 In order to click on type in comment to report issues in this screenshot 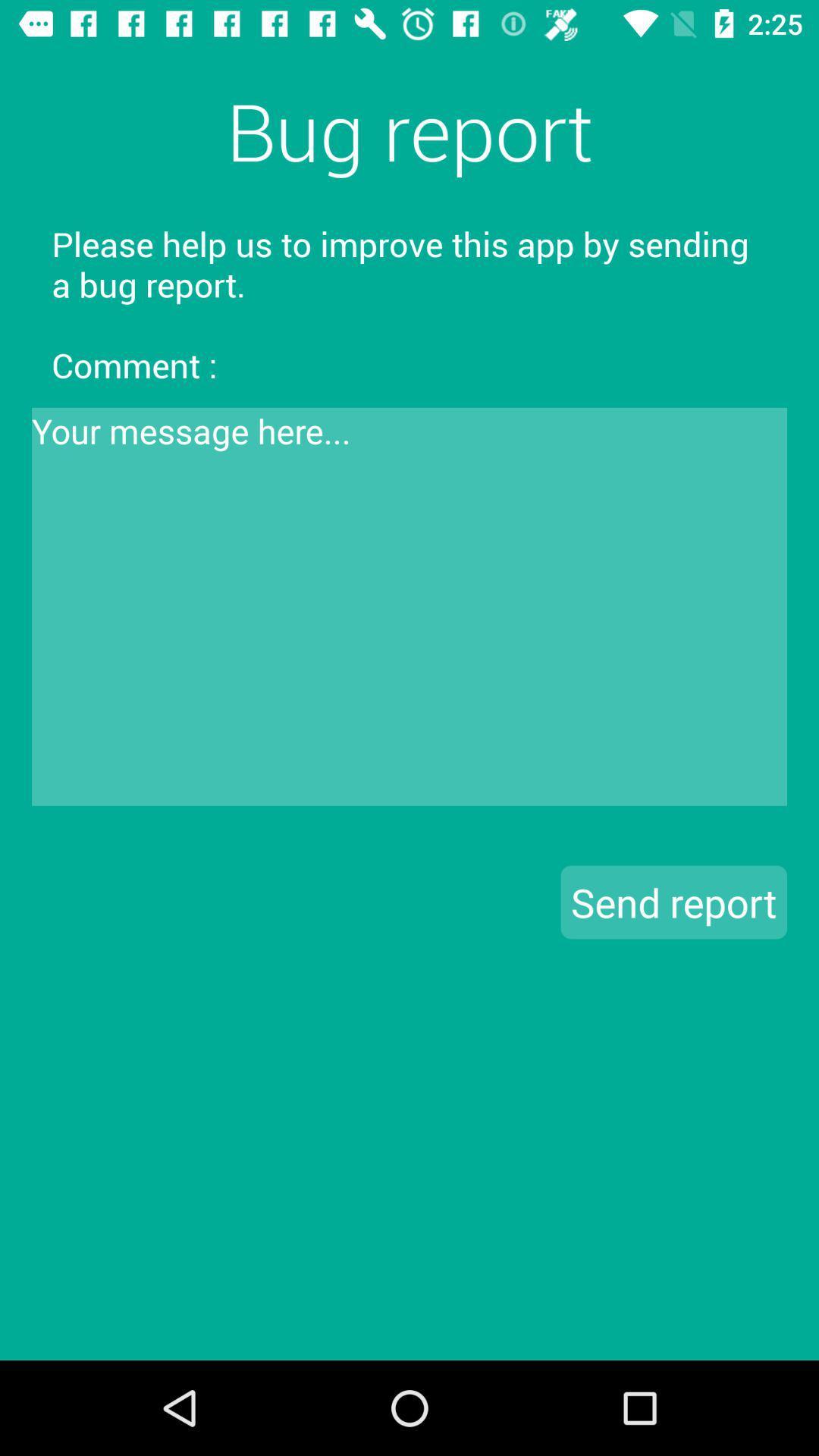, I will do `click(409, 607)`.